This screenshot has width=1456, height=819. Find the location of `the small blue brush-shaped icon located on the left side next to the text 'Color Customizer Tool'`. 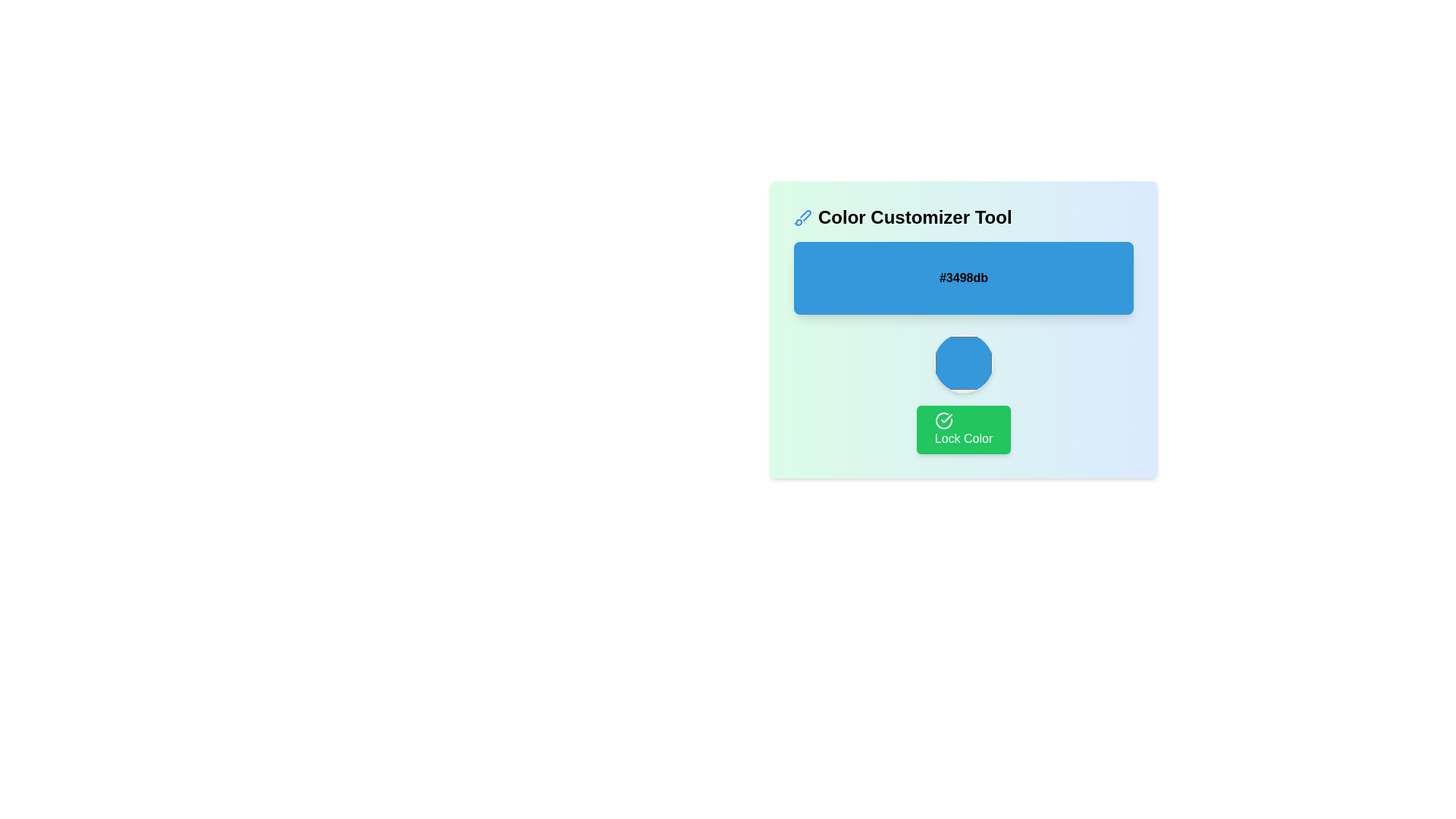

the small blue brush-shaped icon located on the left side next to the text 'Color Customizer Tool' is located at coordinates (802, 217).